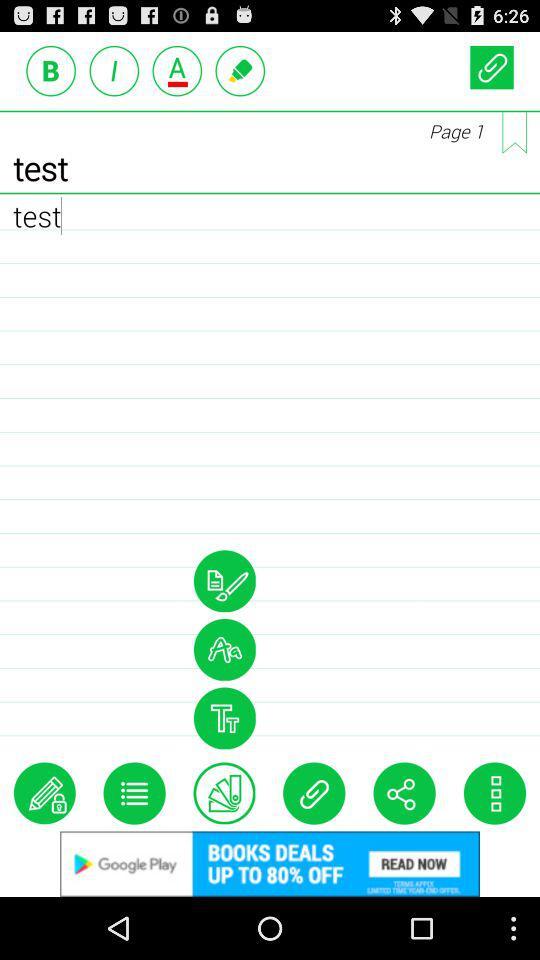 The height and width of the screenshot is (960, 540). Describe the element at coordinates (493, 793) in the screenshot. I see `see more options` at that location.